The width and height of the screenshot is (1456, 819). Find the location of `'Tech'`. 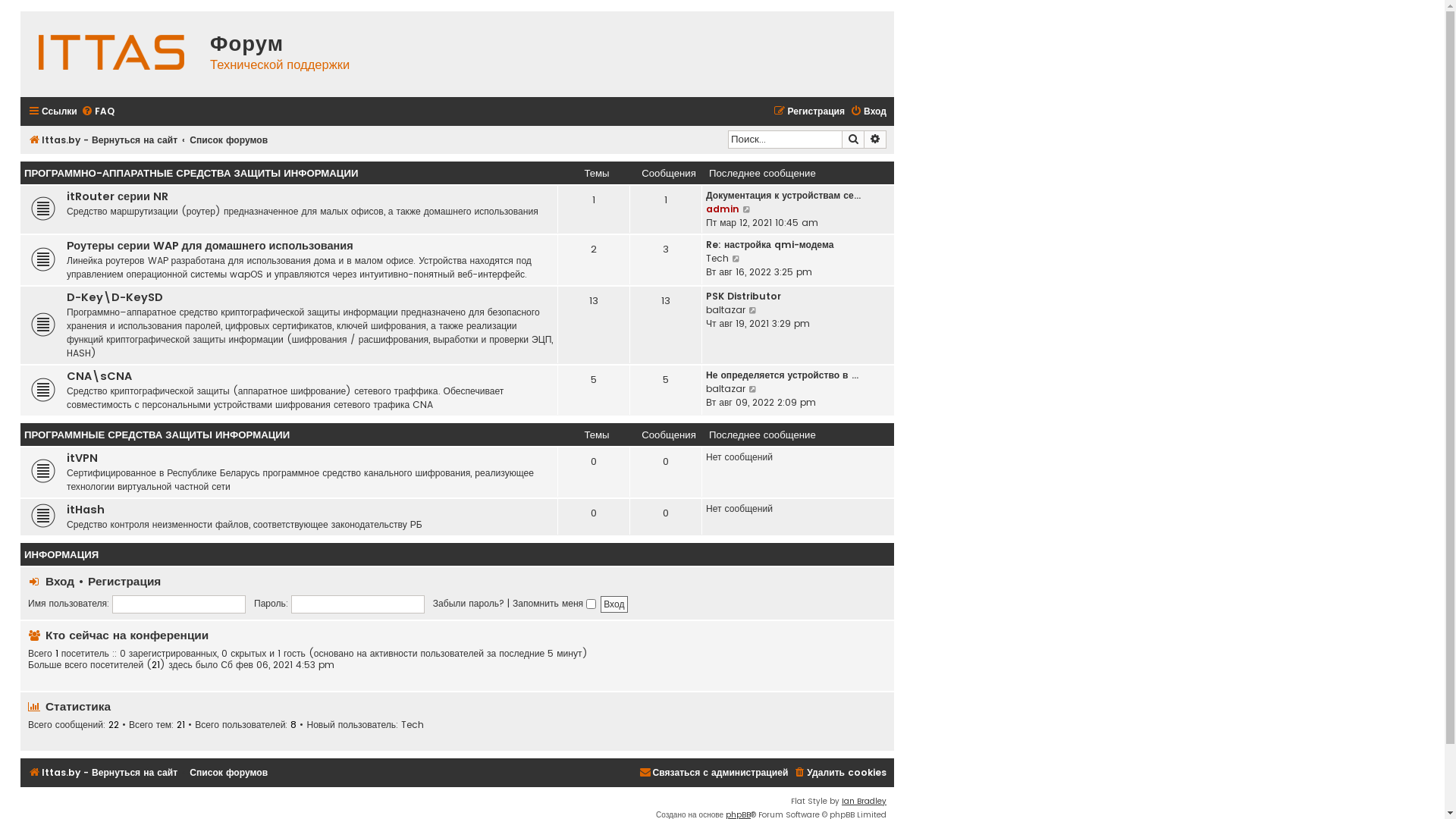

'Tech' is located at coordinates (412, 724).